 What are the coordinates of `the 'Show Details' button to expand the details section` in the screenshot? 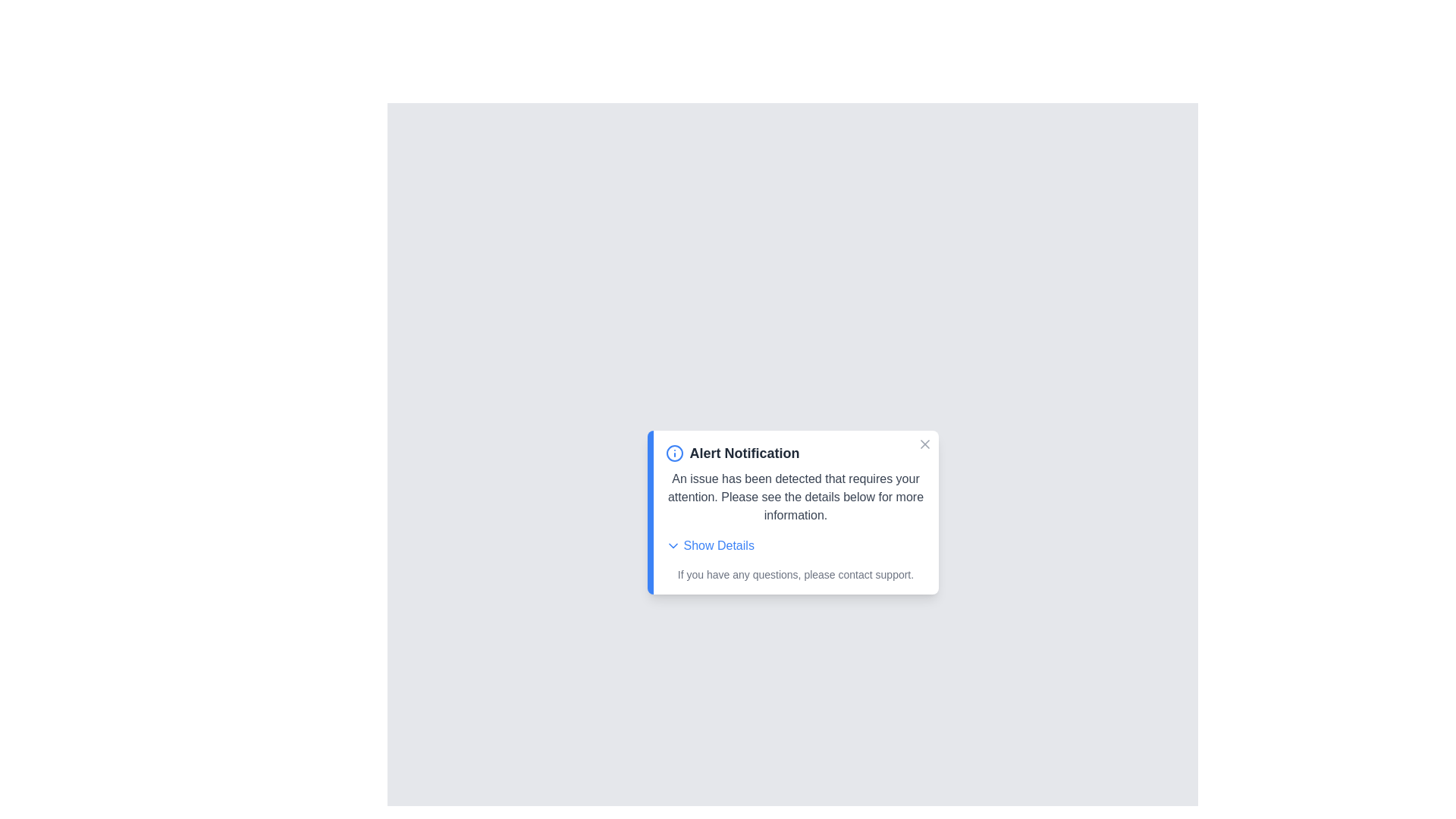 It's located at (709, 546).